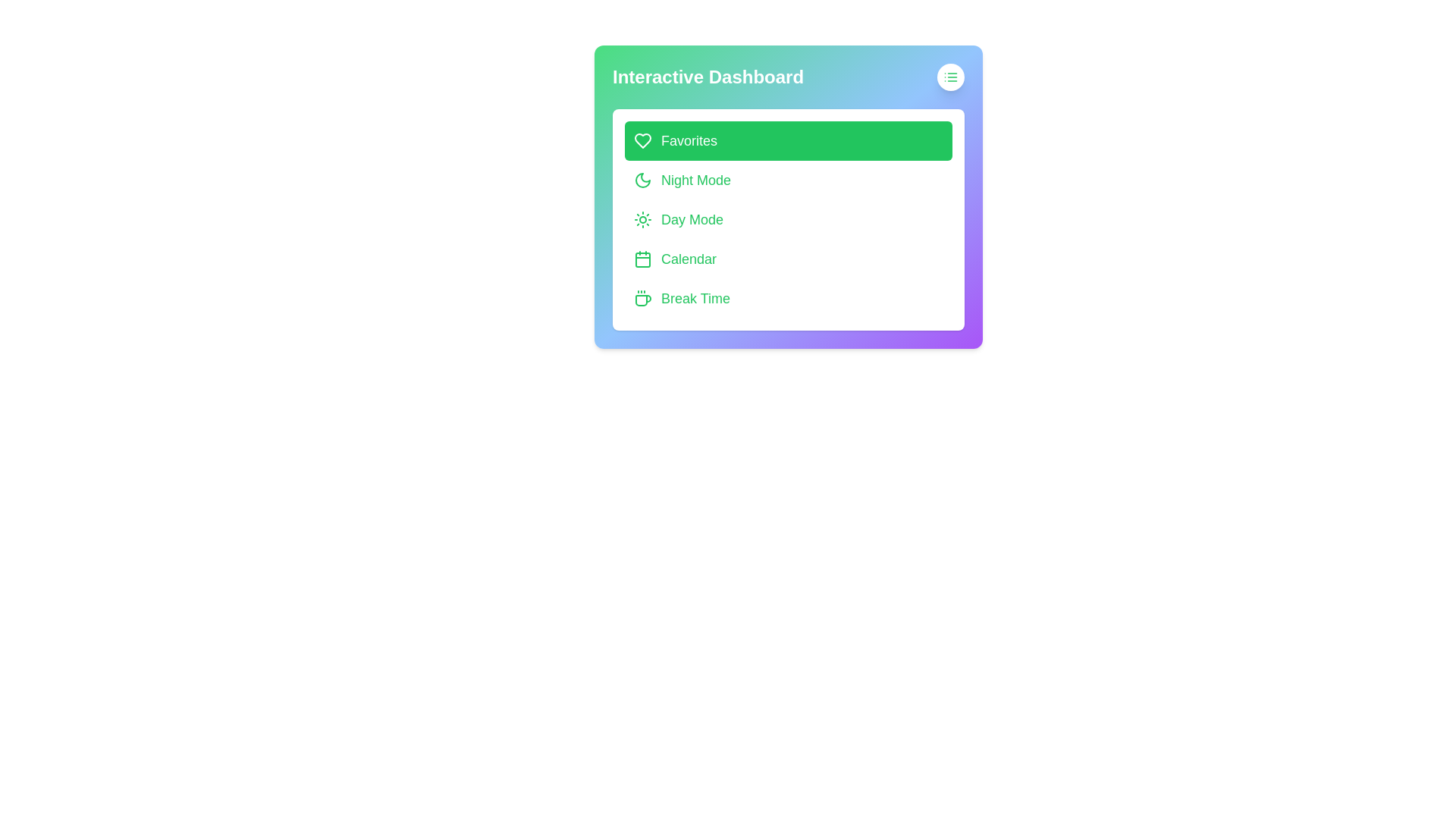  I want to click on the menu item Calendar to observe its hover effect, so click(789, 259).